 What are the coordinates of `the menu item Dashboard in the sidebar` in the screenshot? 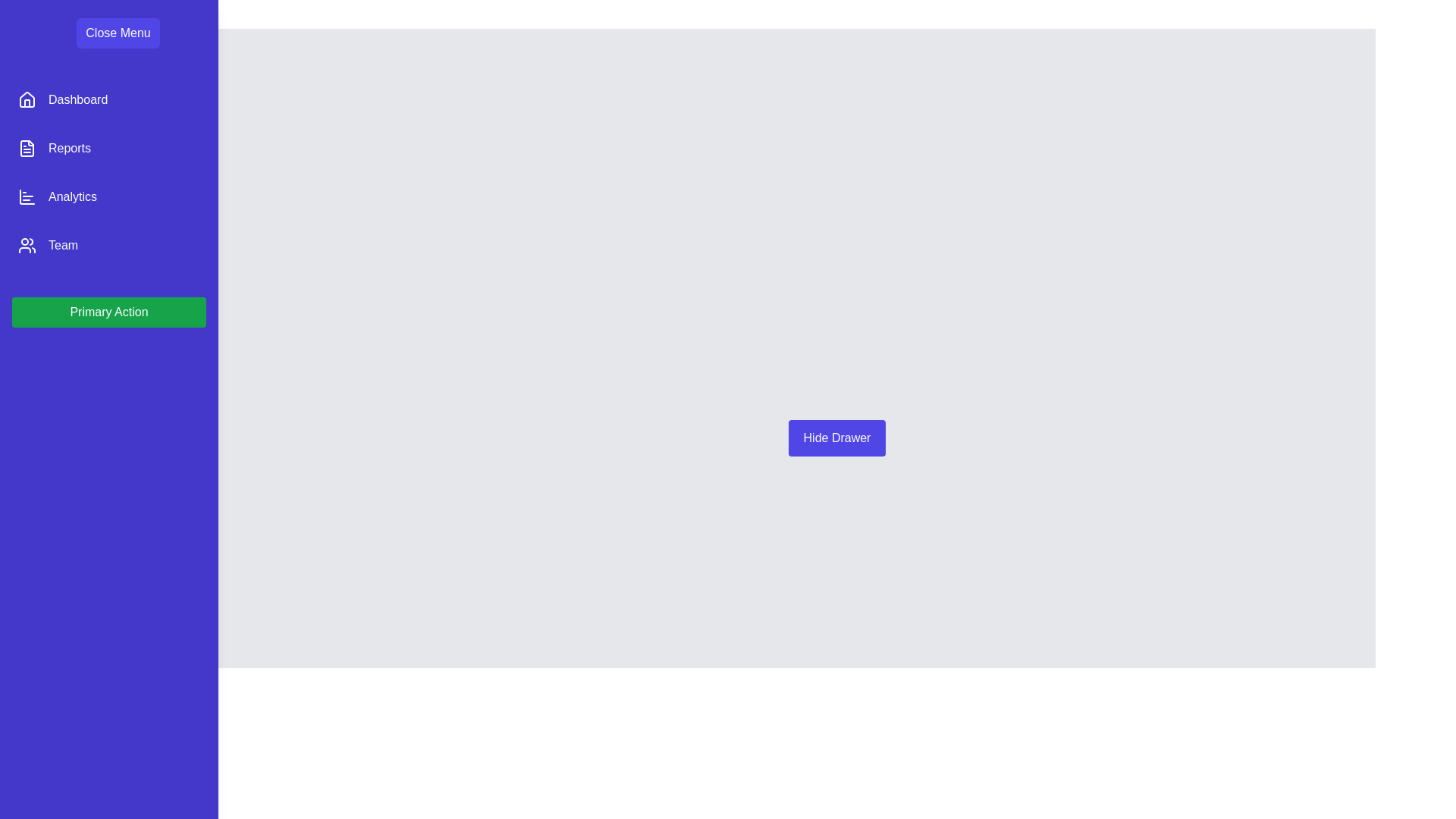 It's located at (108, 99).